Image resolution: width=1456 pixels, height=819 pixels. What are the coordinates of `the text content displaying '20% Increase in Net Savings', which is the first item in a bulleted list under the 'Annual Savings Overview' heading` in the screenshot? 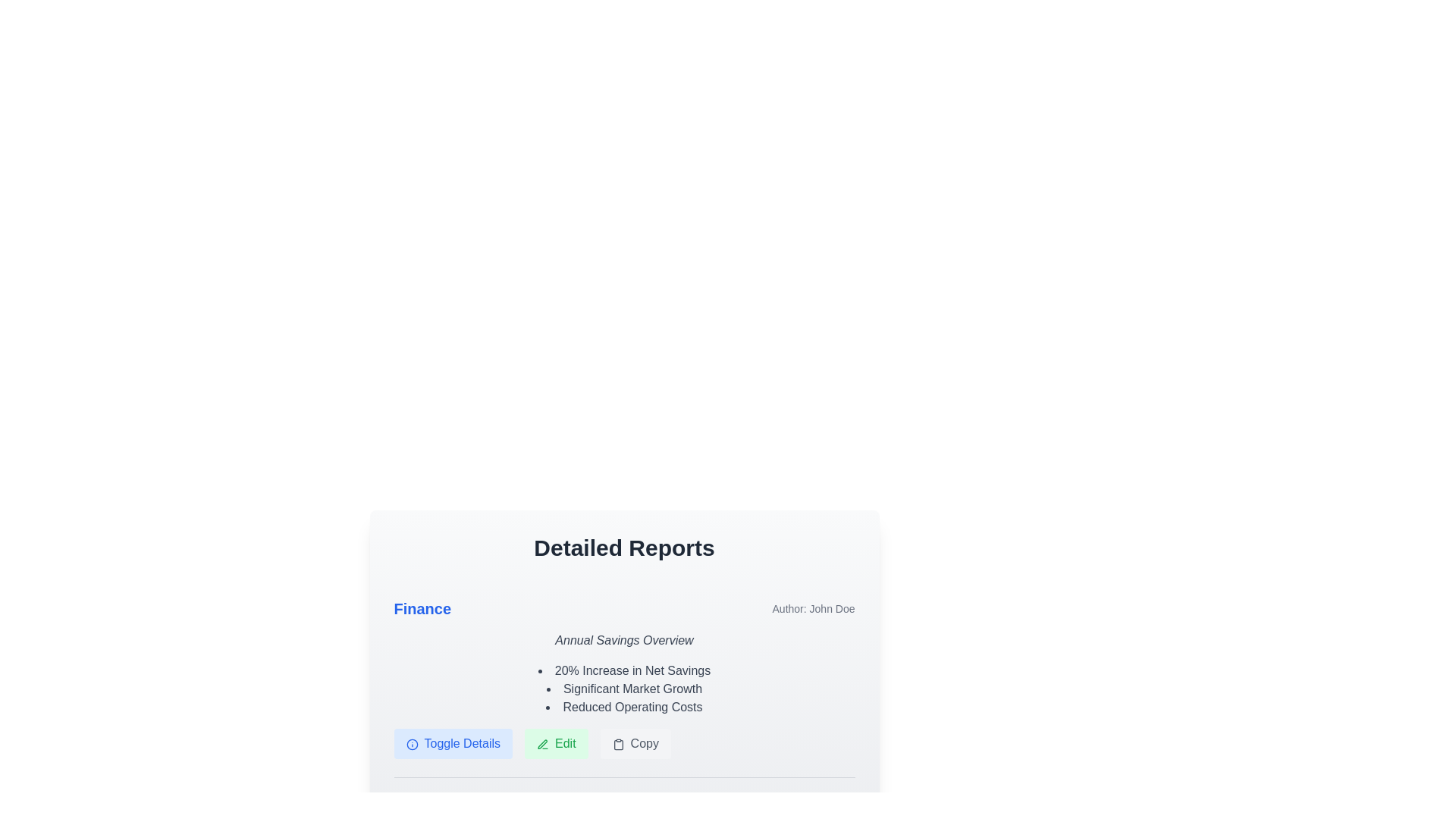 It's located at (624, 670).